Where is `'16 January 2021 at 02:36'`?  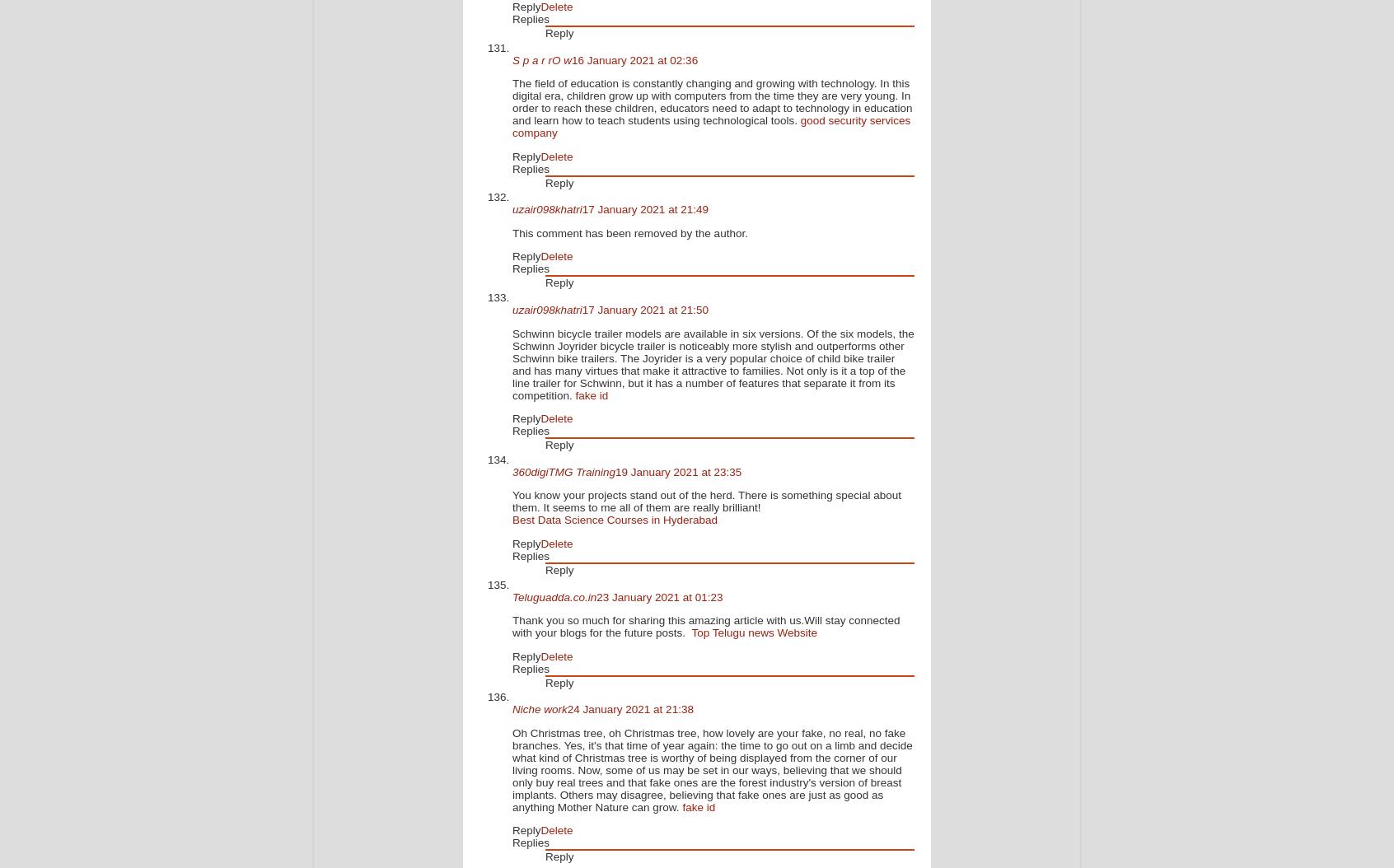 '16 January 2021 at 02:36' is located at coordinates (634, 58).